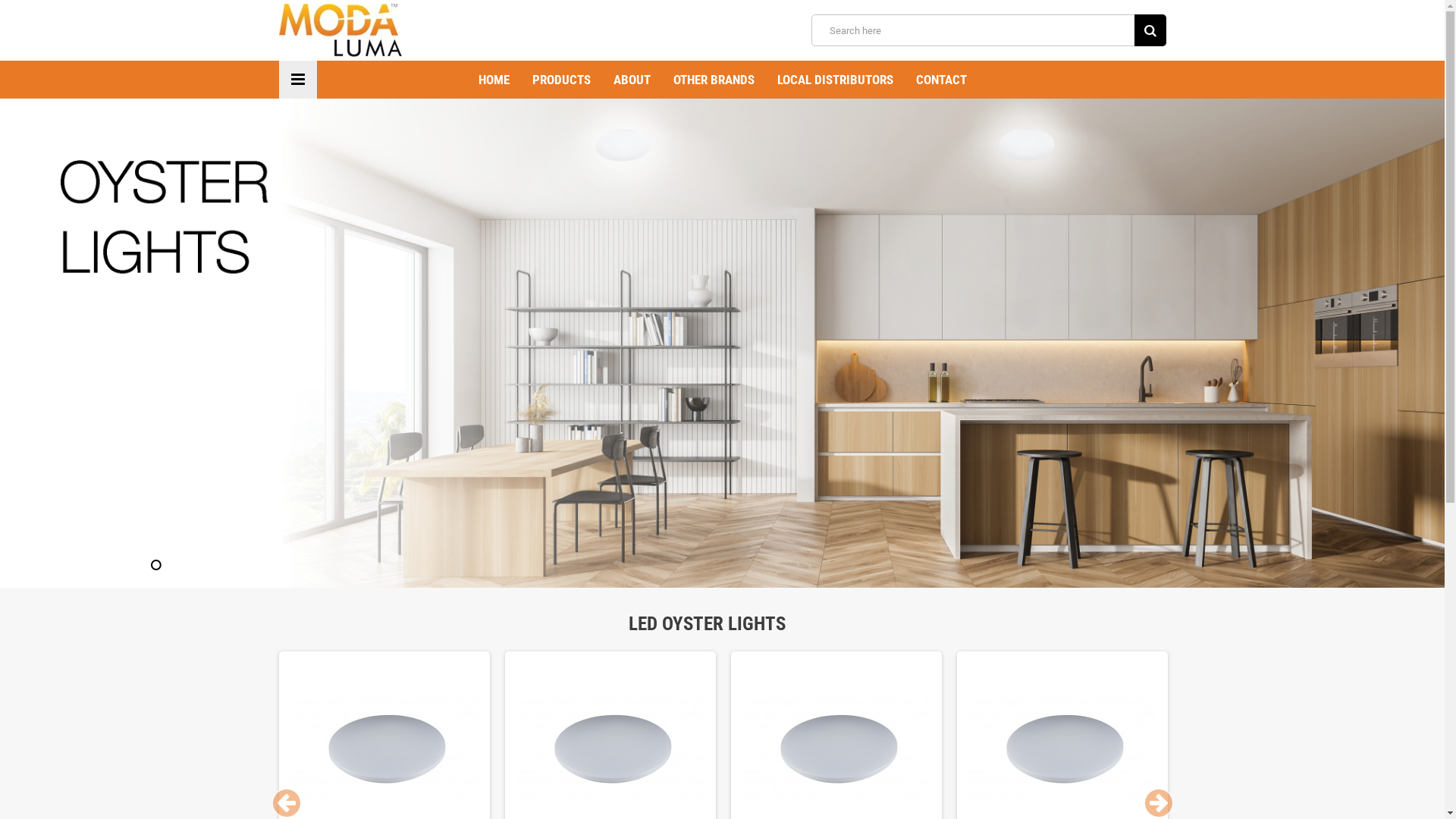 This screenshot has width=1456, height=819. I want to click on '1', so click(156, 564).